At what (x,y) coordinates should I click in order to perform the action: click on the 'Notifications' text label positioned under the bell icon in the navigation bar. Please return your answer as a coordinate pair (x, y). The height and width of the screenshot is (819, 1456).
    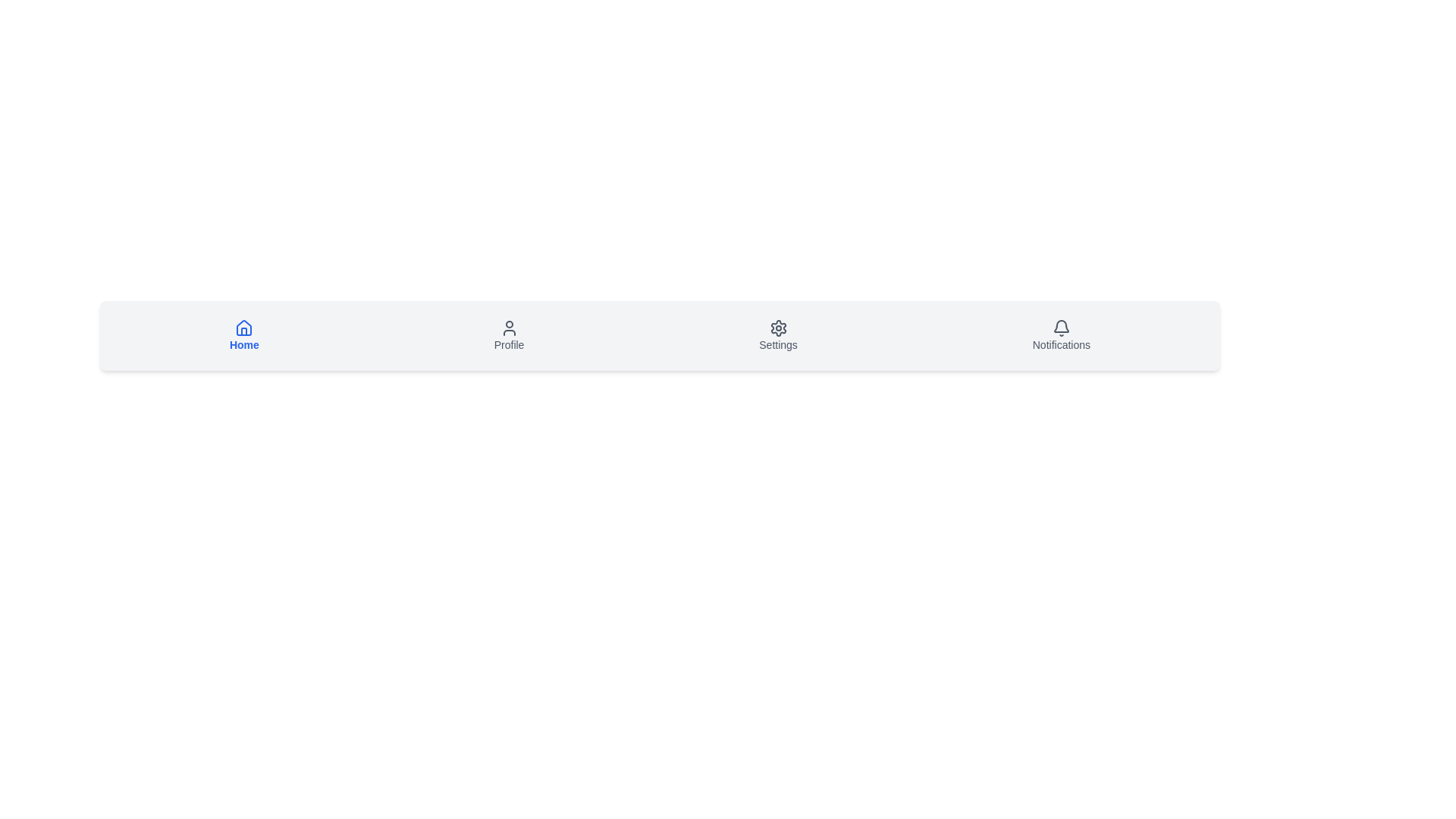
    Looking at the image, I should click on (1060, 345).